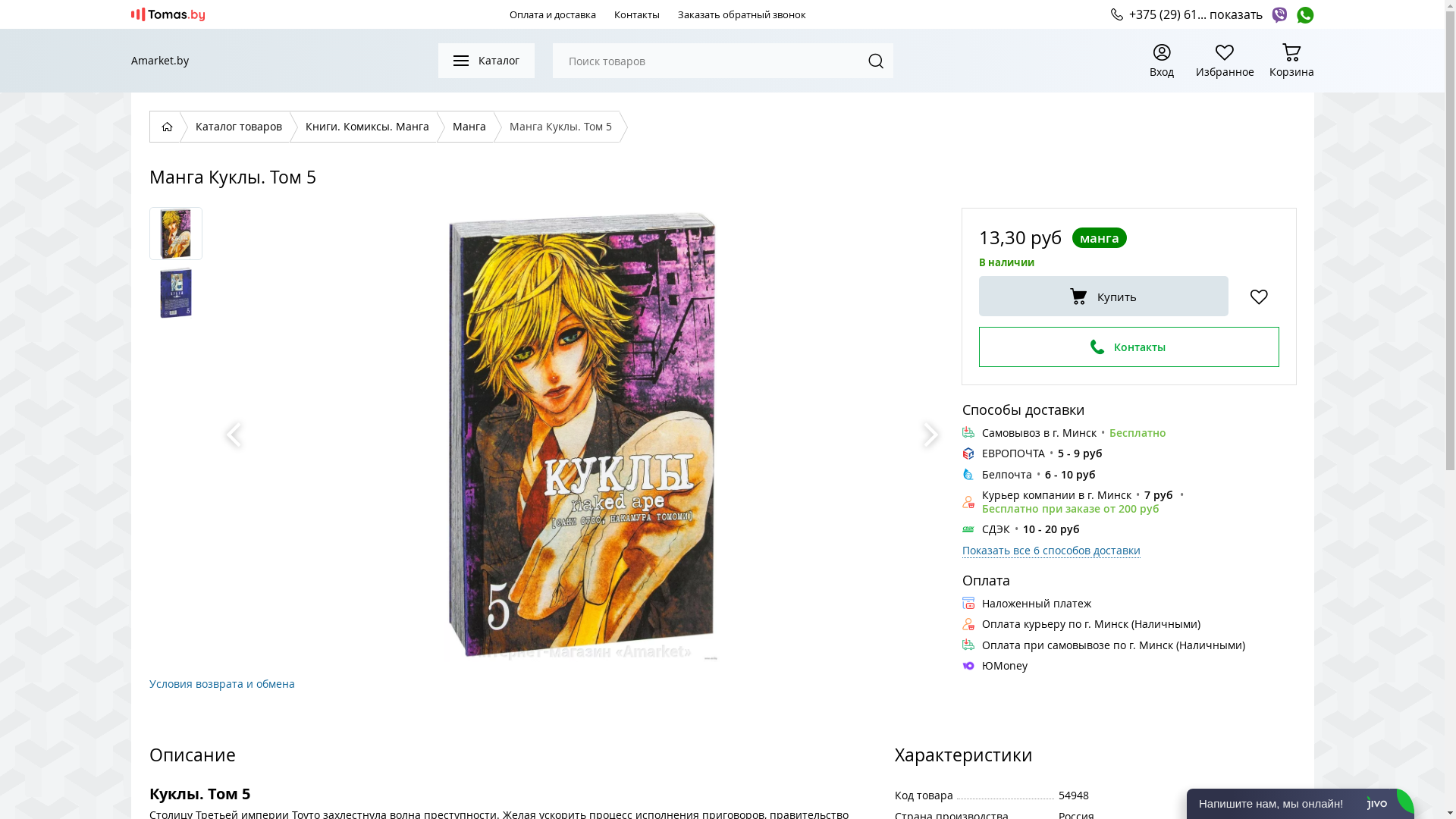 The image size is (1456, 819). Describe the element at coordinates (1303, 14) in the screenshot. I see `'WhatsApp'` at that location.